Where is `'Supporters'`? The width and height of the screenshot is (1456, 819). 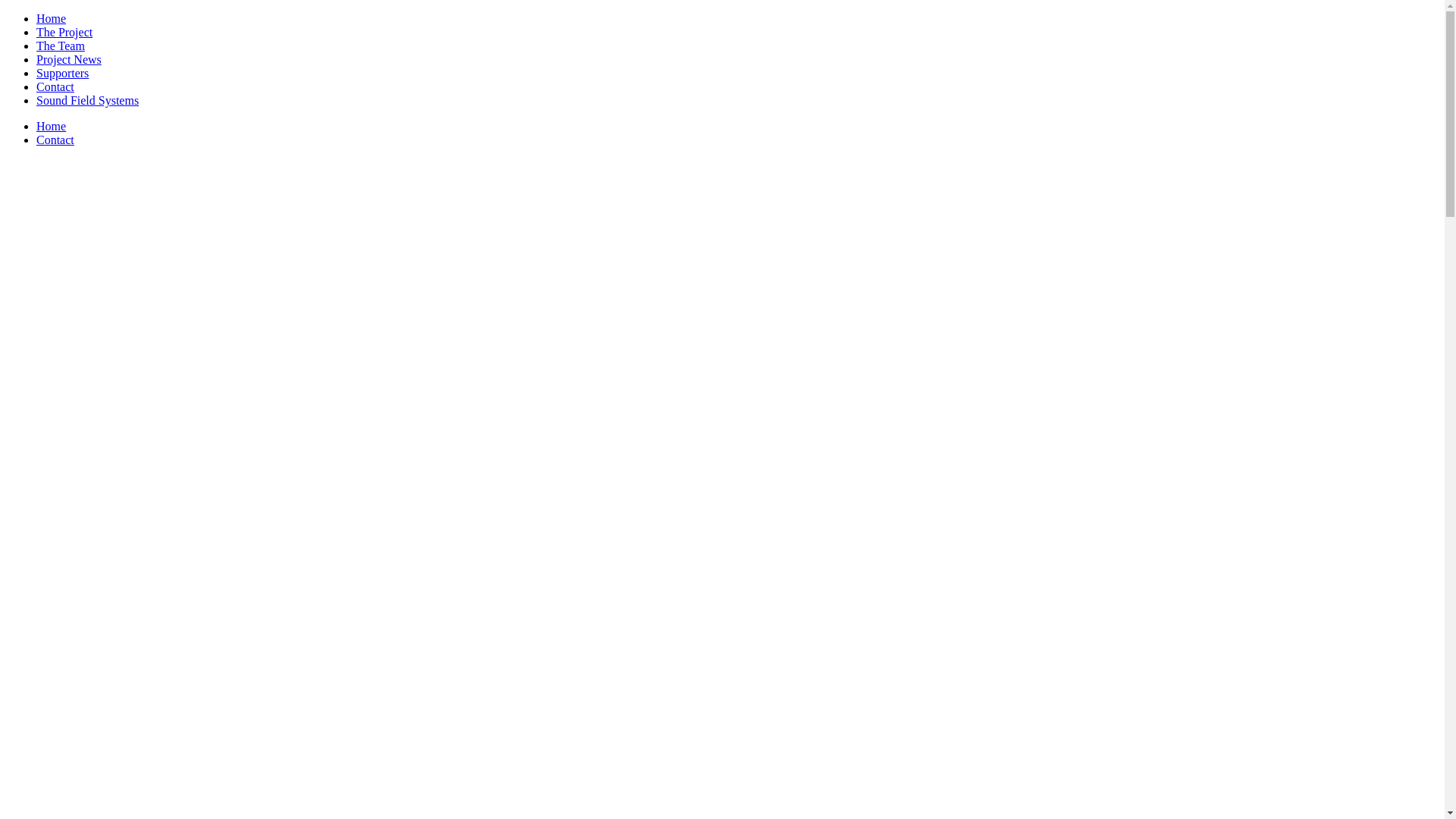 'Supporters' is located at coordinates (61, 73).